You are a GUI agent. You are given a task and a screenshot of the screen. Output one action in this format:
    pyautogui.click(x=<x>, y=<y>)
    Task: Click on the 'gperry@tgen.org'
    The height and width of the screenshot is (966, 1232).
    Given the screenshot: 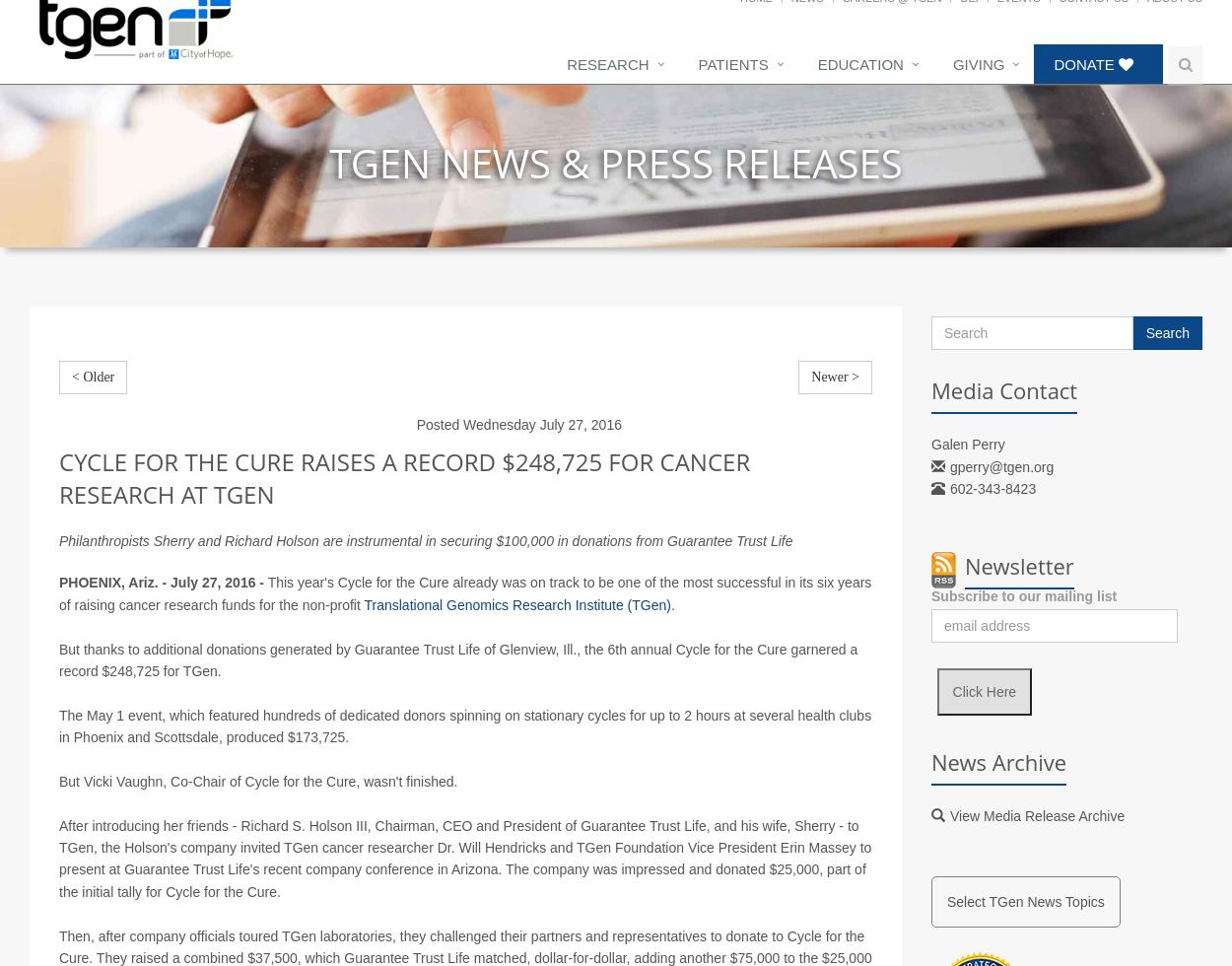 What is the action you would take?
    pyautogui.click(x=1001, y=488)
    